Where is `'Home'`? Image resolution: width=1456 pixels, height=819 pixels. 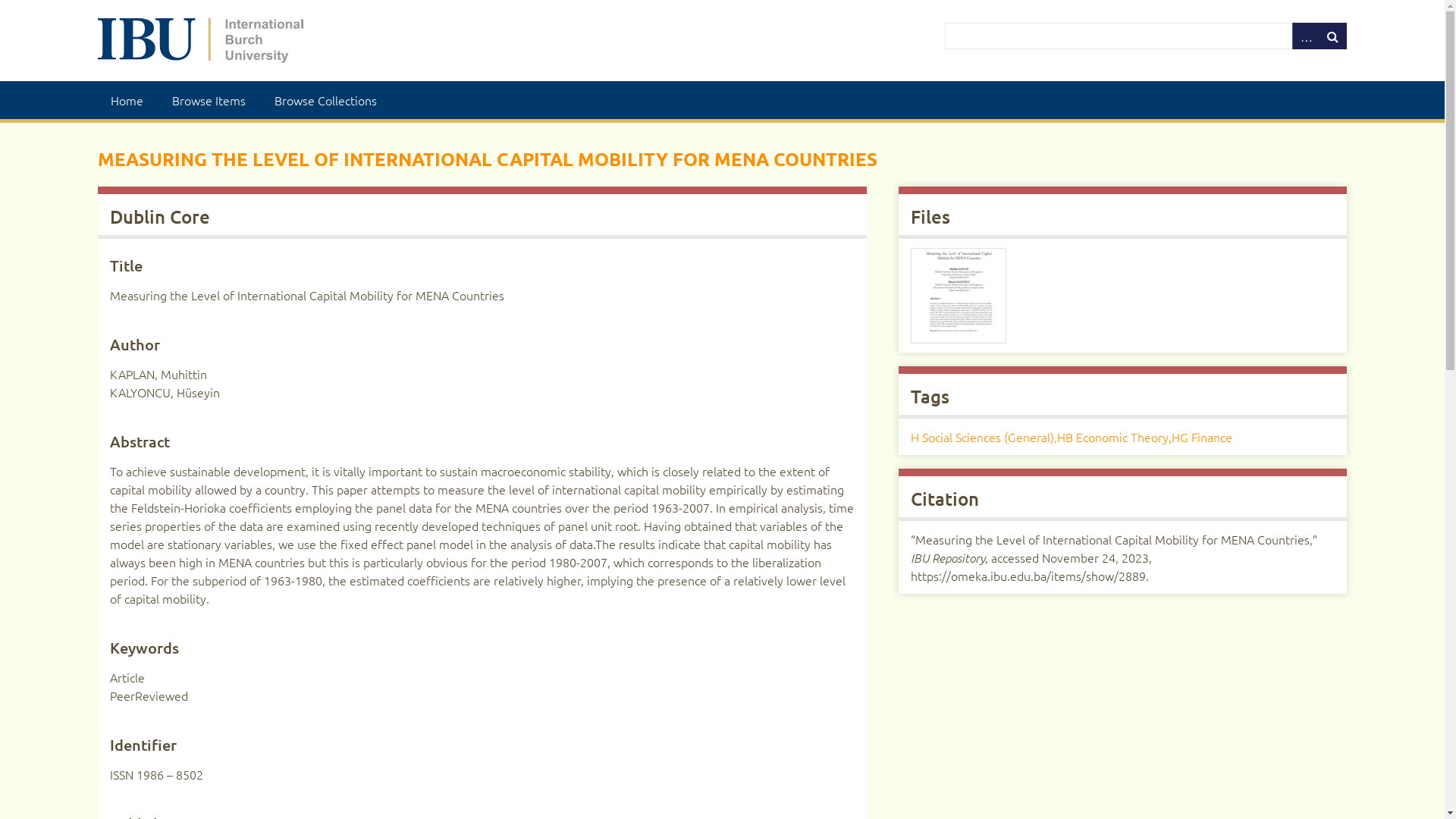
'Home' is located at coordinates (127, 99).